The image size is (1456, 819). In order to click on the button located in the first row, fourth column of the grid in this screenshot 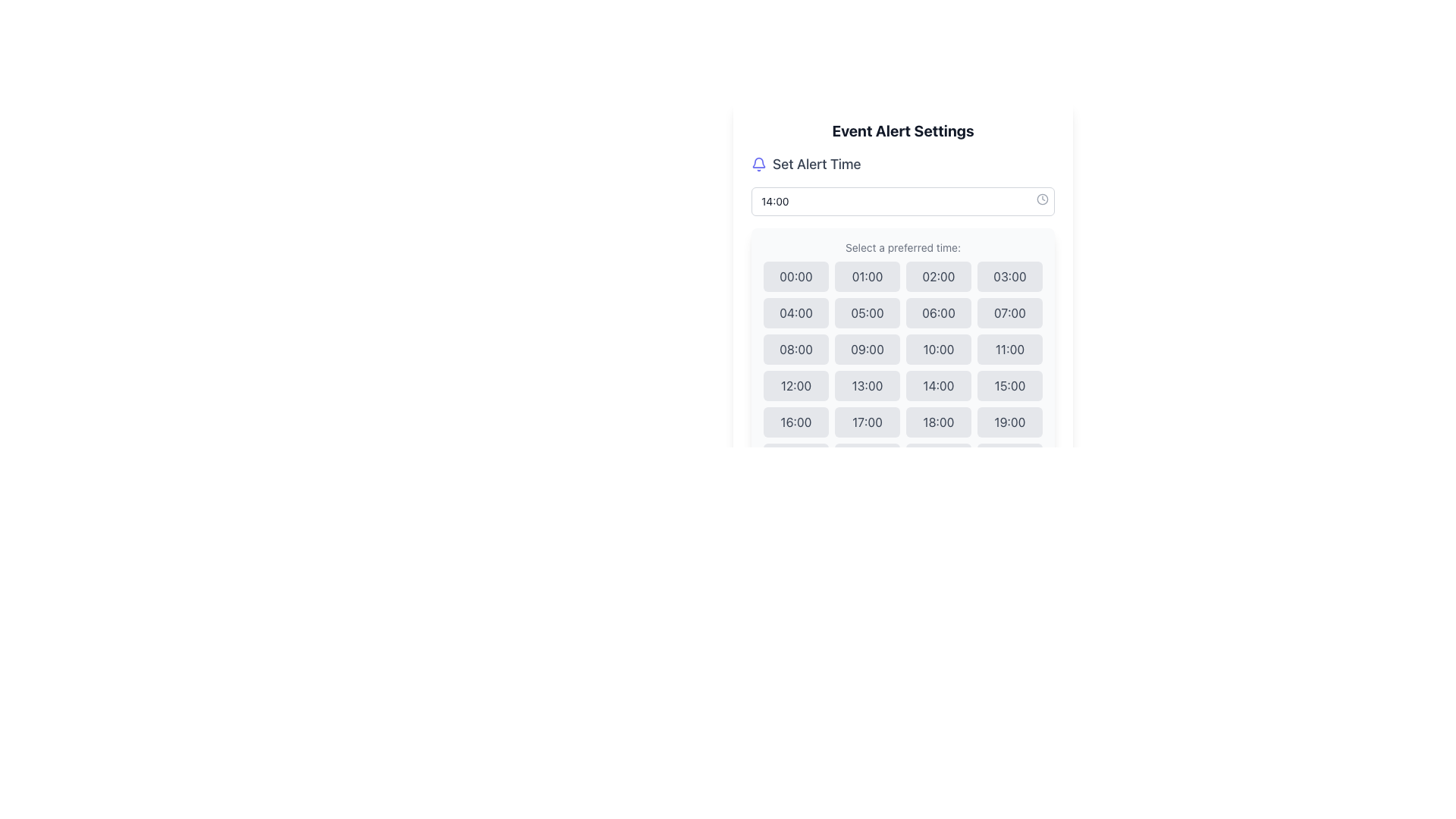, I will do `click(1009, 277)`.